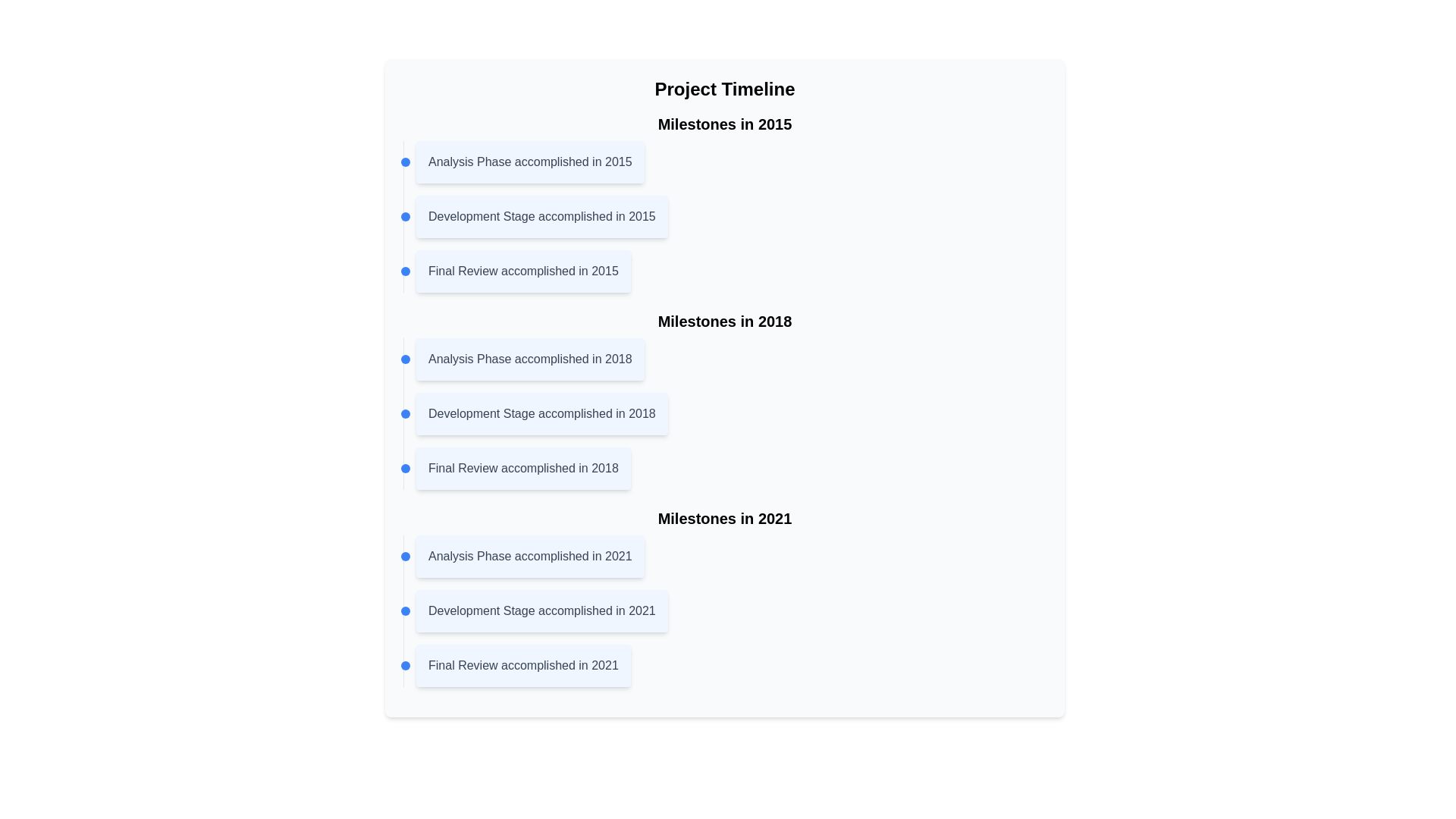 The image size is (1456, 819). What do you see at coordinates (523, 467) in the screenshot?
I see `text of the Text Label that contains 'Final Review accomplished in 2018', which is styled in gray font and is located under the heading 'Milestones in 2018'` at bounding box center [523, 467].